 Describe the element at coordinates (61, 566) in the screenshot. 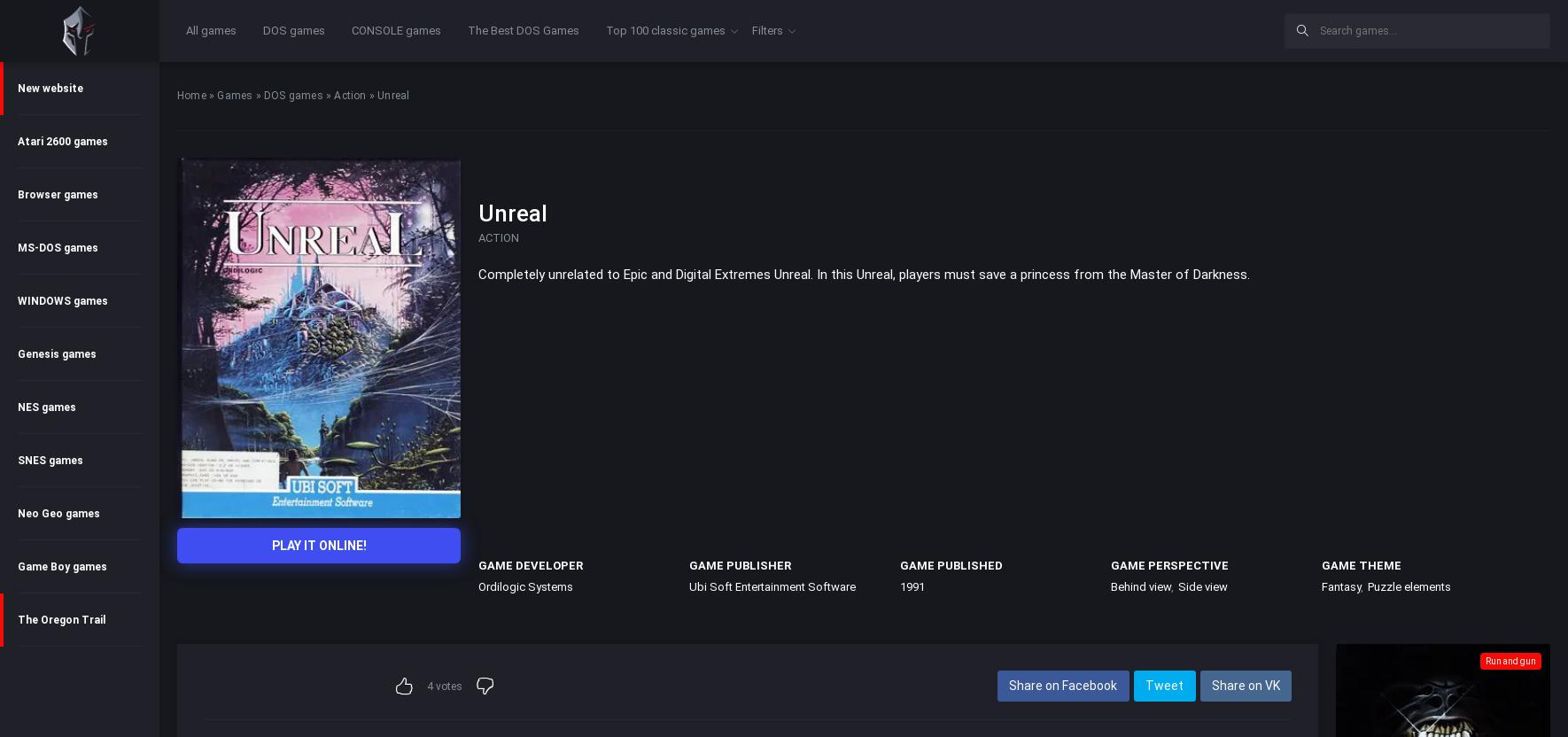

I see `'Game Boy games'` at that location.